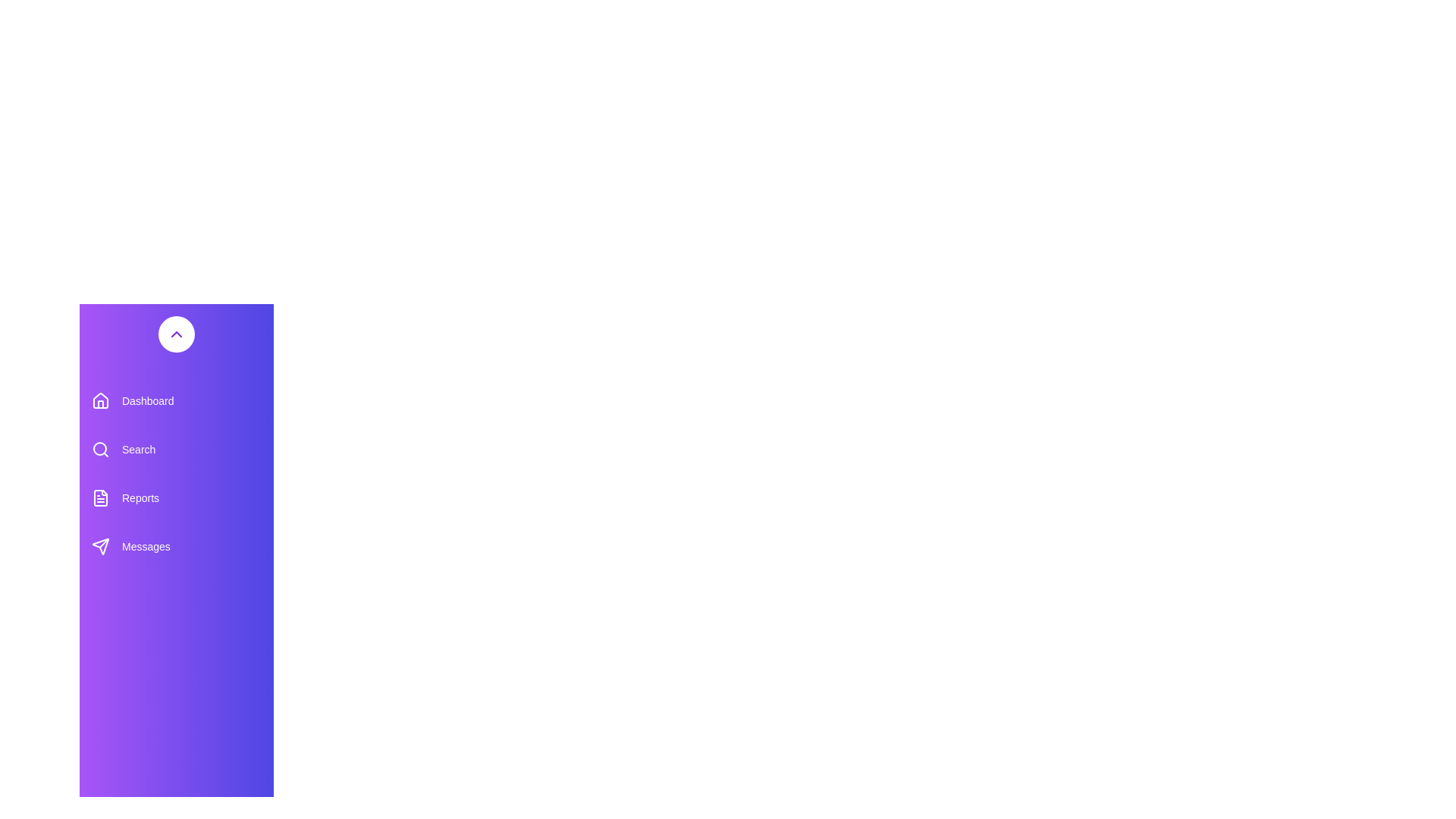 This screenshot has width=1456, height=819. Describe the element at coordinates (139, 449) in the screenshot. I see `the 'Search' text label located in the left-side navigation menu, beneath 'Dashboard' and above 'Reports'` at that location.